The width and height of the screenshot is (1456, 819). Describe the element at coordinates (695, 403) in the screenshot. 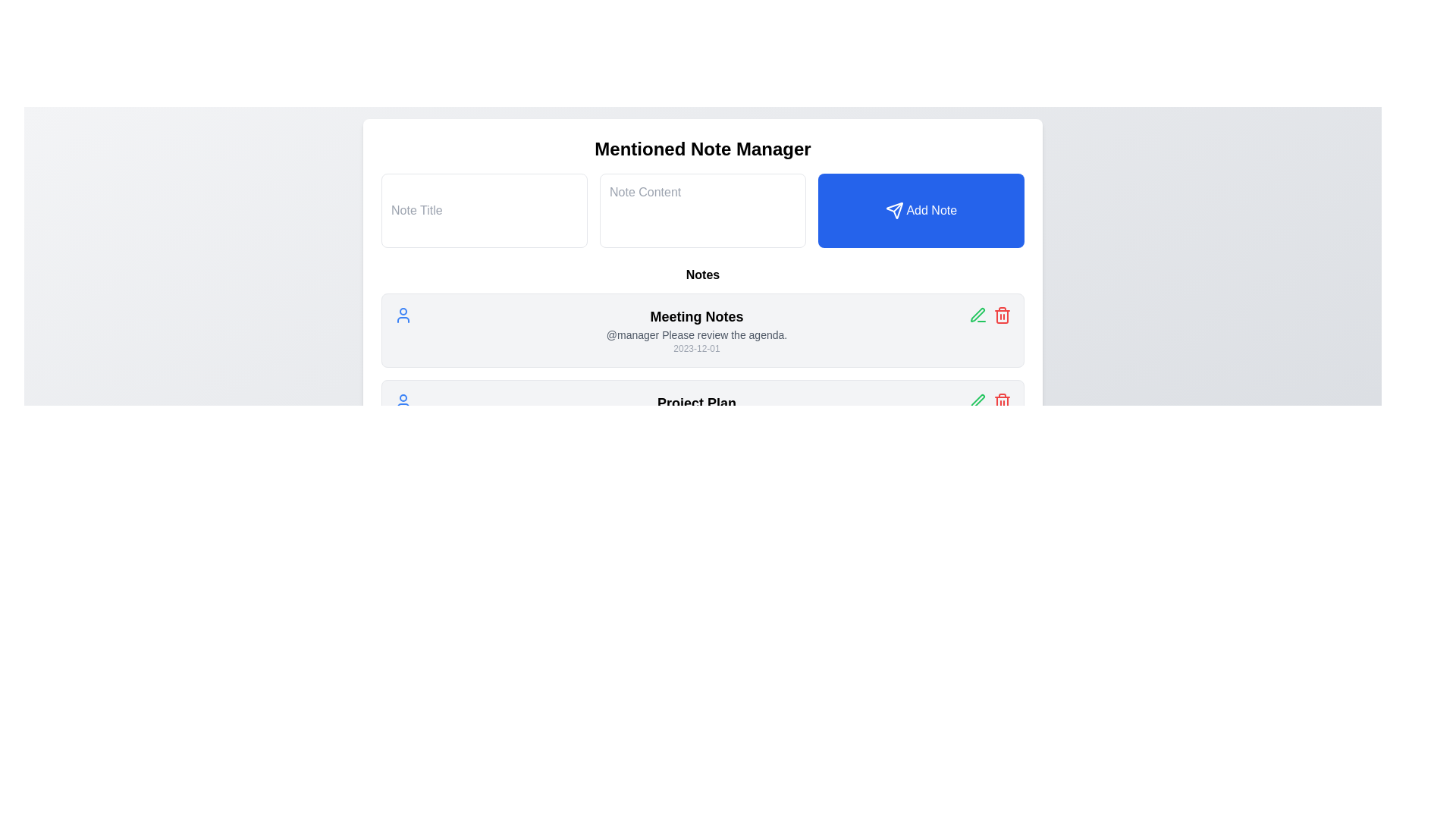

I see `the 'Project Plan' text label, which is a bold and larger font heading located above the text '@team Proceed with the next phase.' and the date '2023-12-03'` at that location.